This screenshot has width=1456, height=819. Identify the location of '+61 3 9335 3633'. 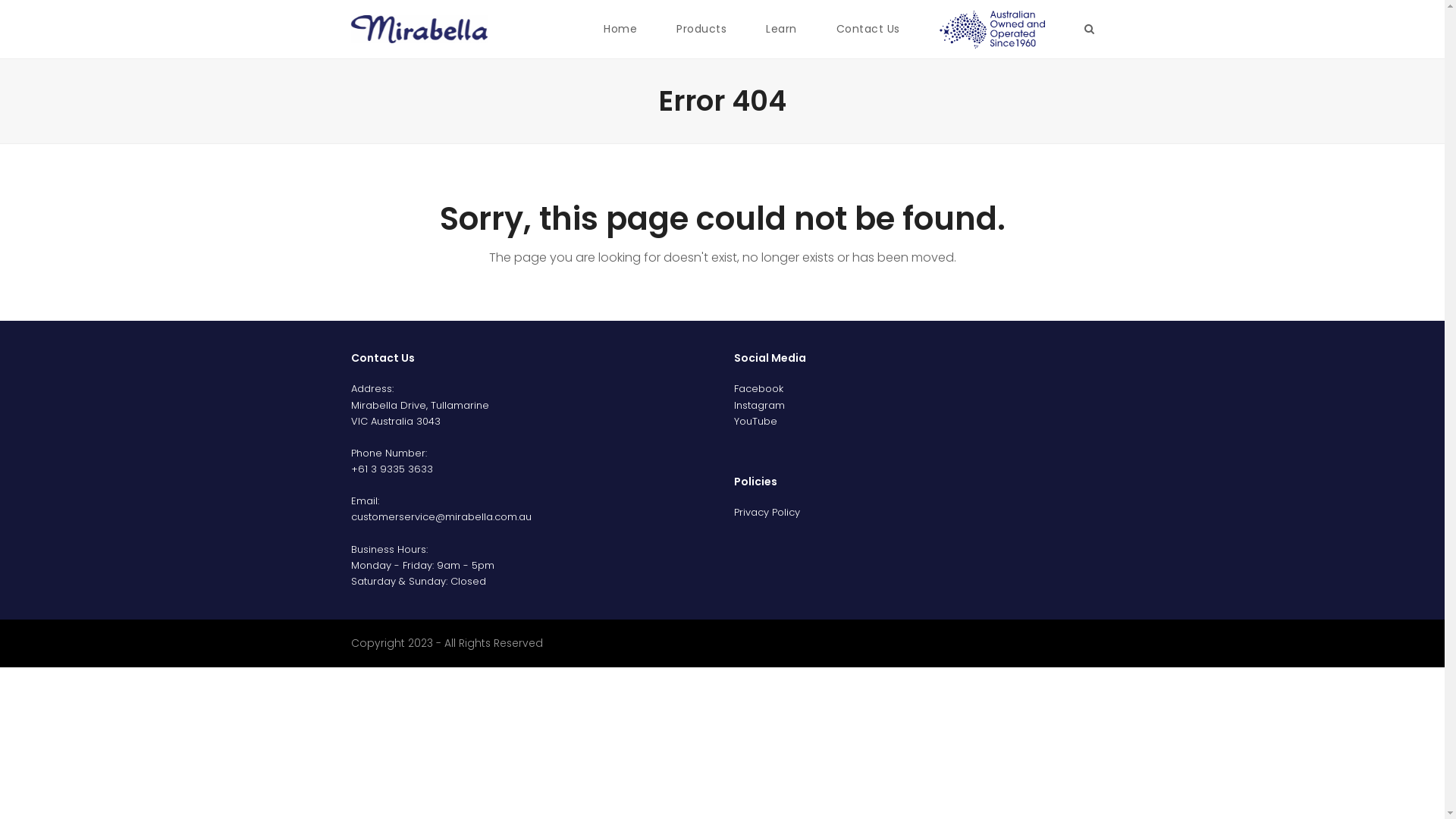
(391, 468).